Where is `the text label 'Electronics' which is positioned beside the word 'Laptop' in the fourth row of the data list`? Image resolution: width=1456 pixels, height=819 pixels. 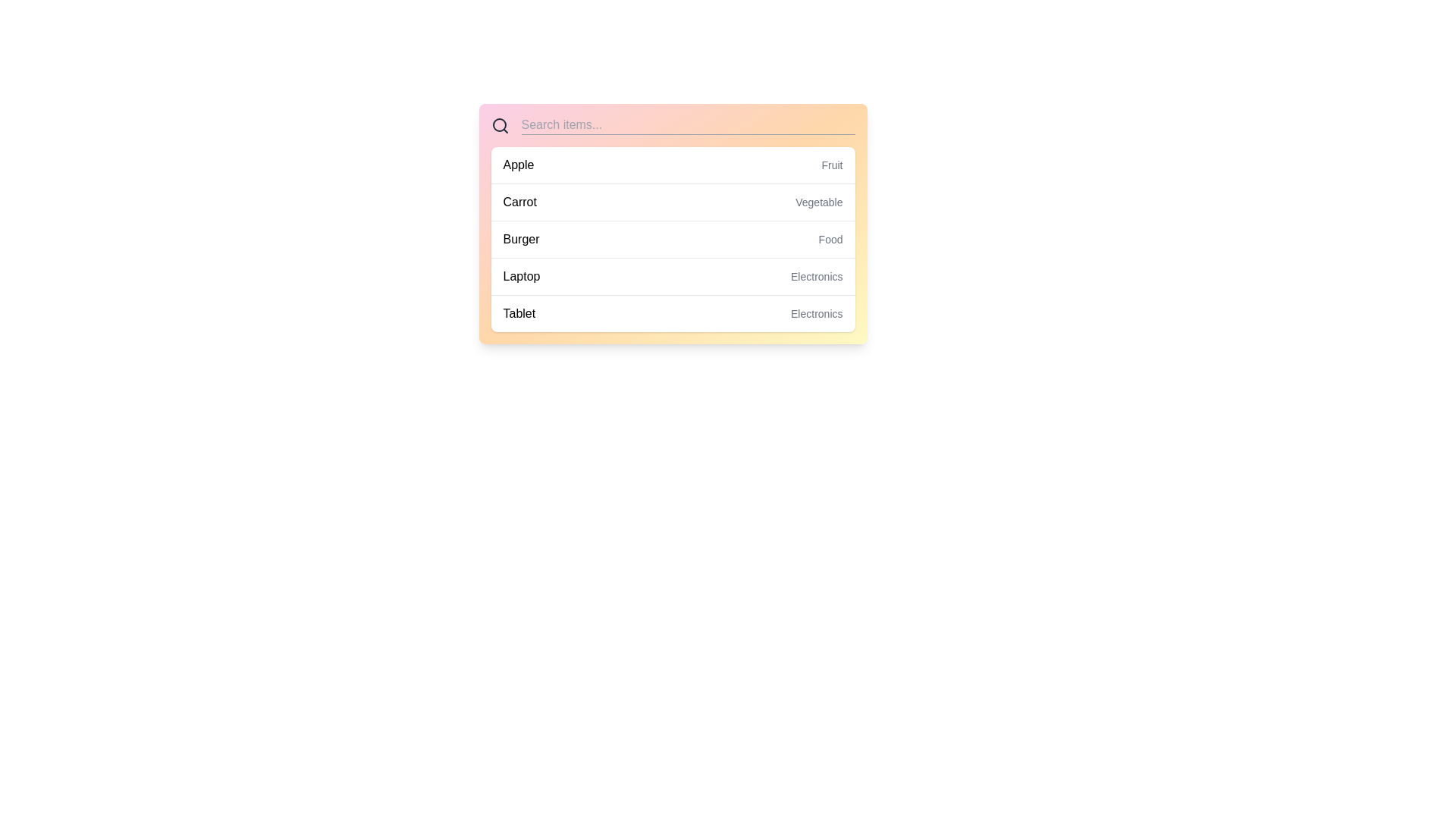 the text label 'Electronics' which is positioned beside the word 'Laptop' in the fourth row of the data list is located at coordinates (816, 277).